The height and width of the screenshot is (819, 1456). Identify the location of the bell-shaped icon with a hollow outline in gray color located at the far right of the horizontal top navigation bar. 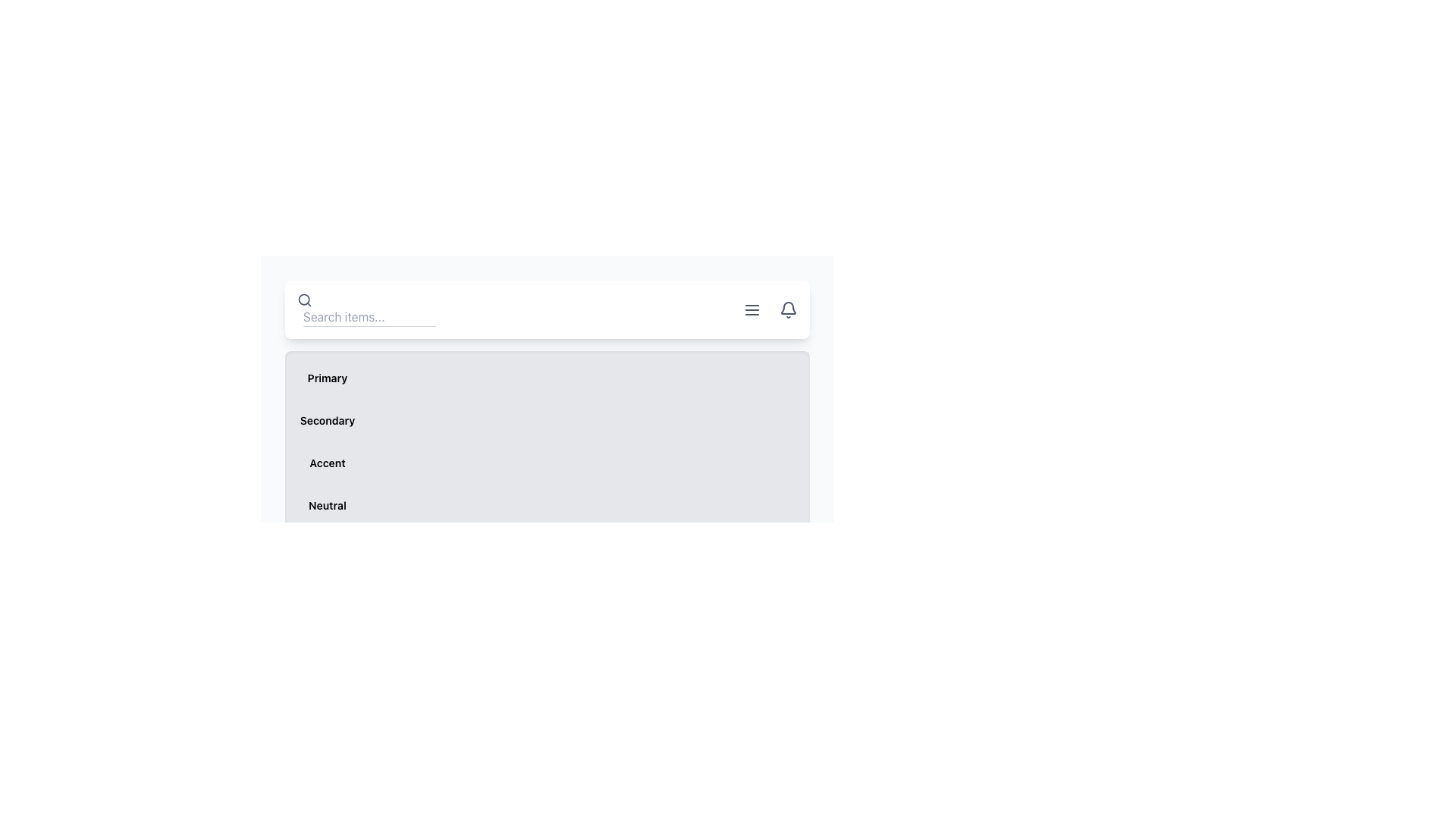
(789, 309).